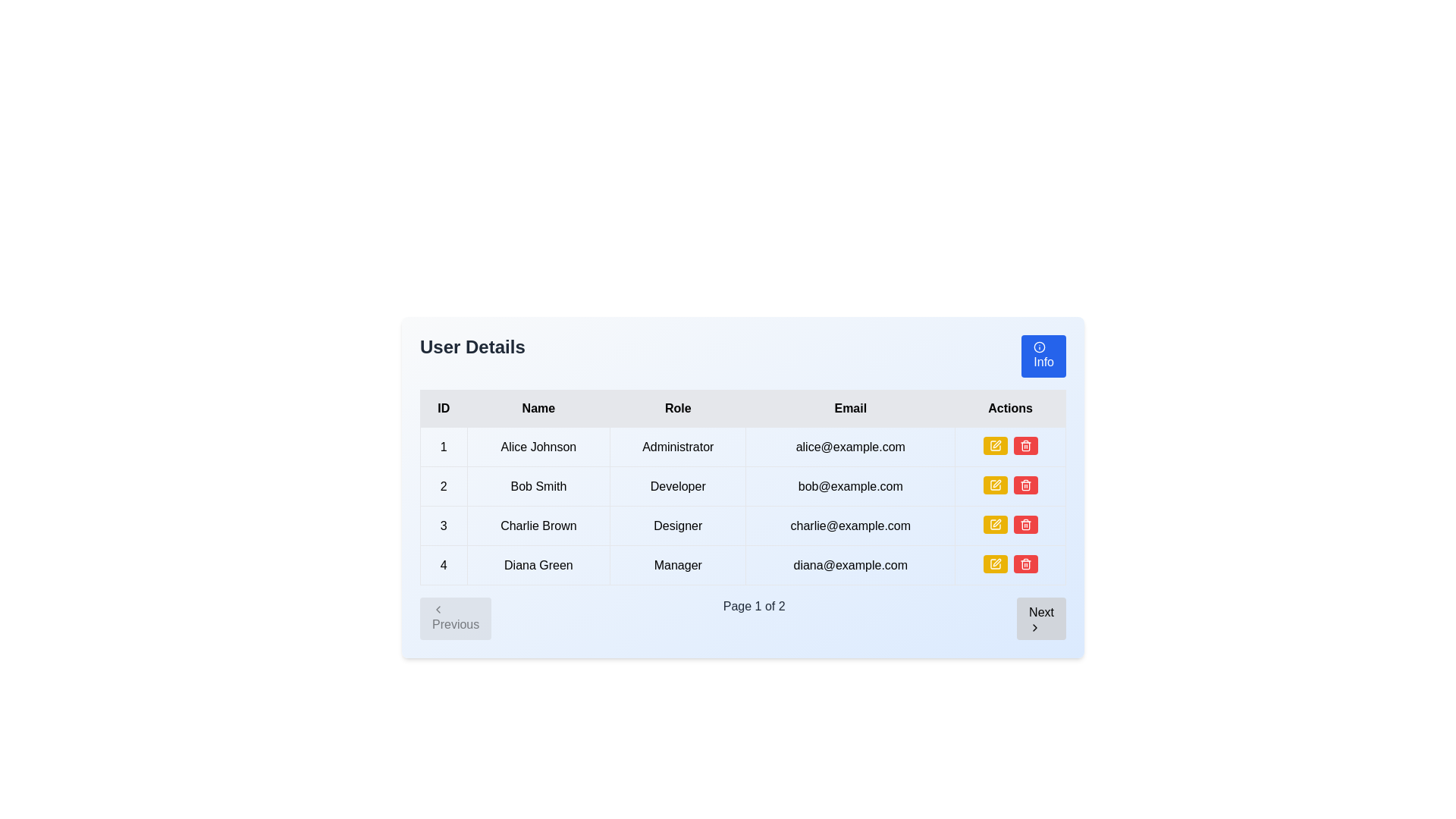 This screenshot has height=819, width=1456. What do you see at coordinates (996, 444) in the screenshot?
I see `the yellow pen icon located in the 'Actions' column of the second row, next to 'bob@example.com'` at bounding box center [996, 444].